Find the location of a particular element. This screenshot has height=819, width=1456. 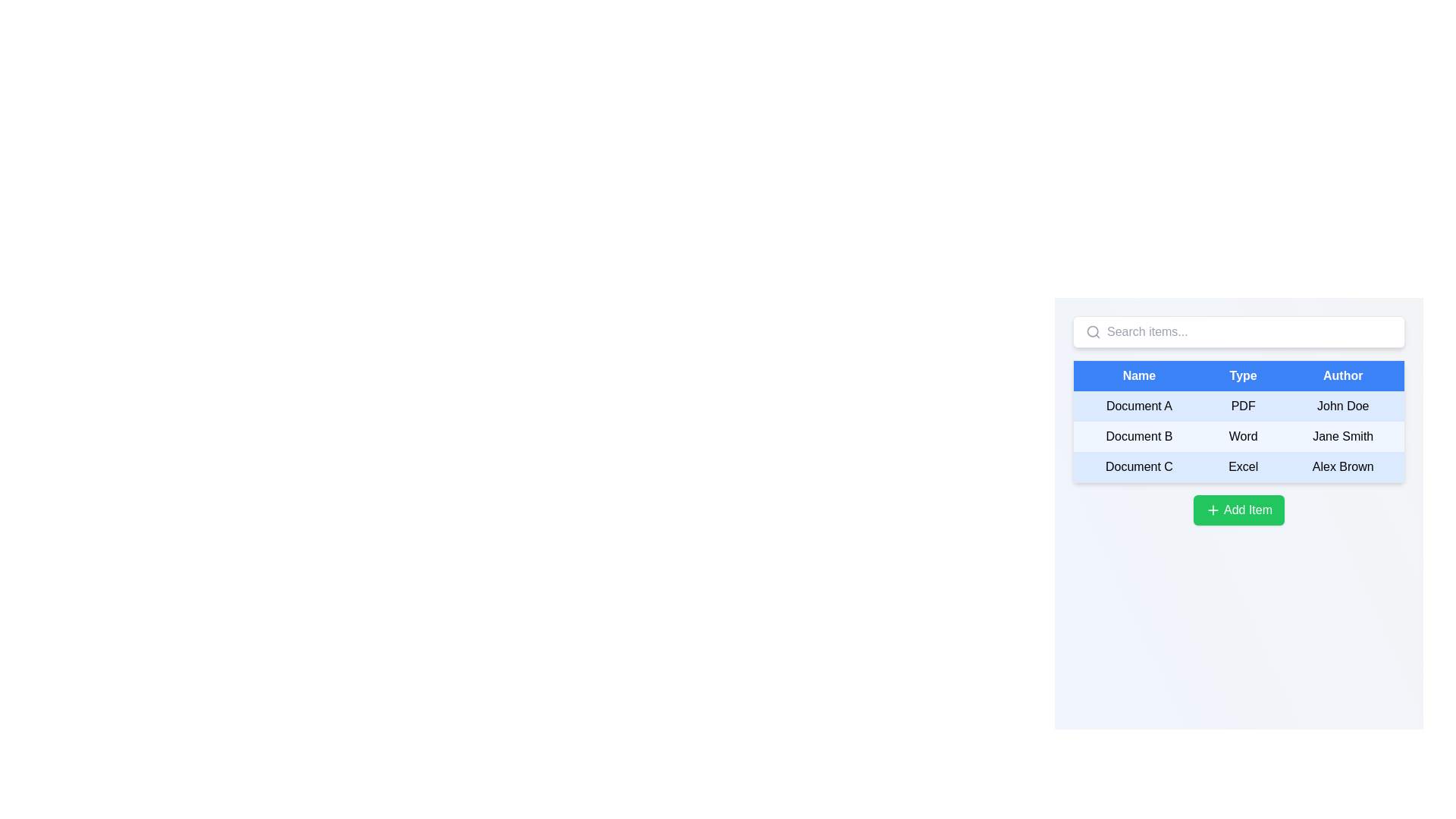

the text label reading 'Excel' located in the second column of the third row of a table, styled with centered alignment and padding, positioned between 'Document C' and 'Alex Brown' is located at coordinates (1243, 466).